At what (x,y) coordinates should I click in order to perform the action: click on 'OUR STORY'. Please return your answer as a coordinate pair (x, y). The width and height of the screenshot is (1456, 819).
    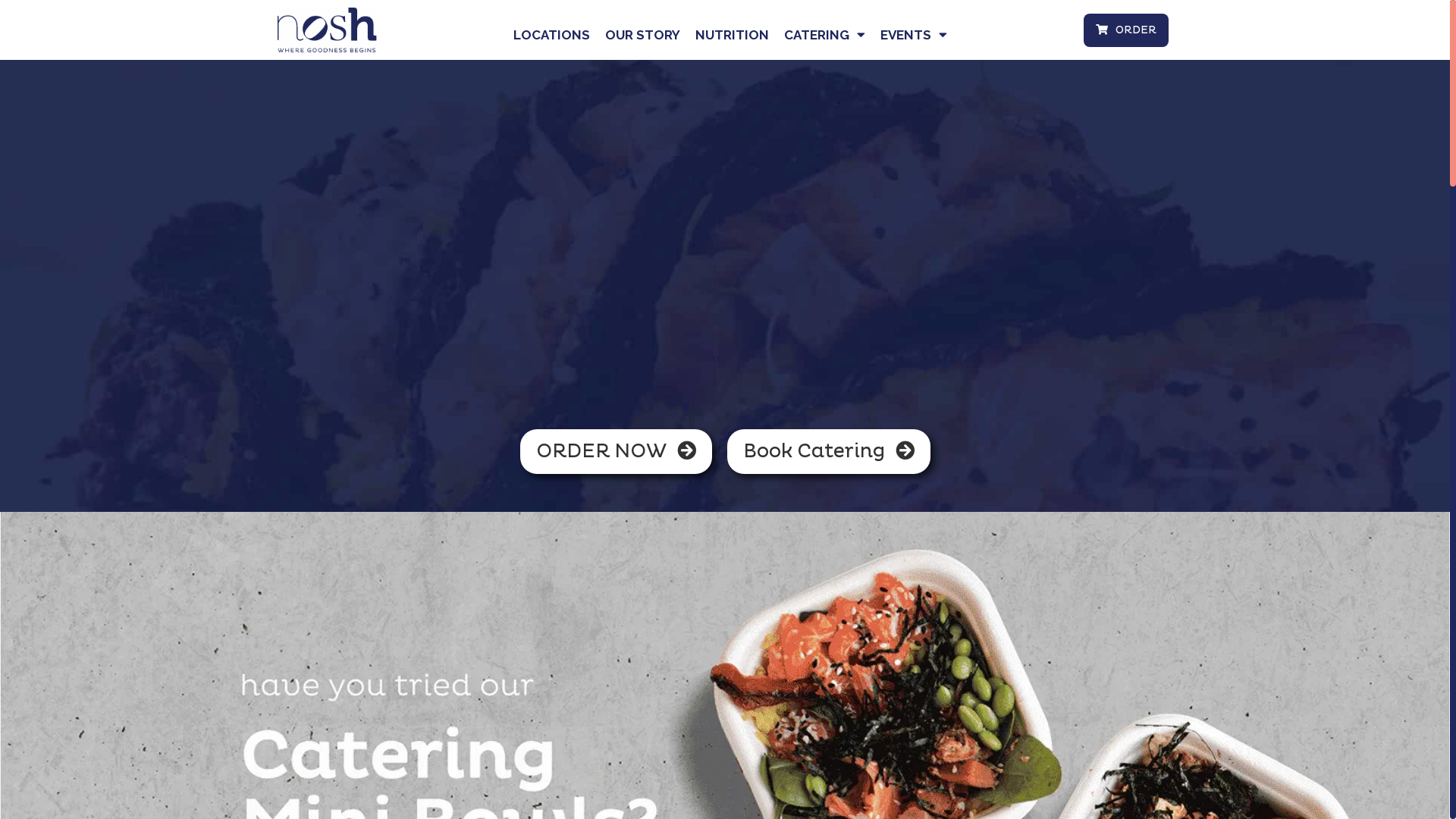
    Looking at the image, I should click on (597, 34).